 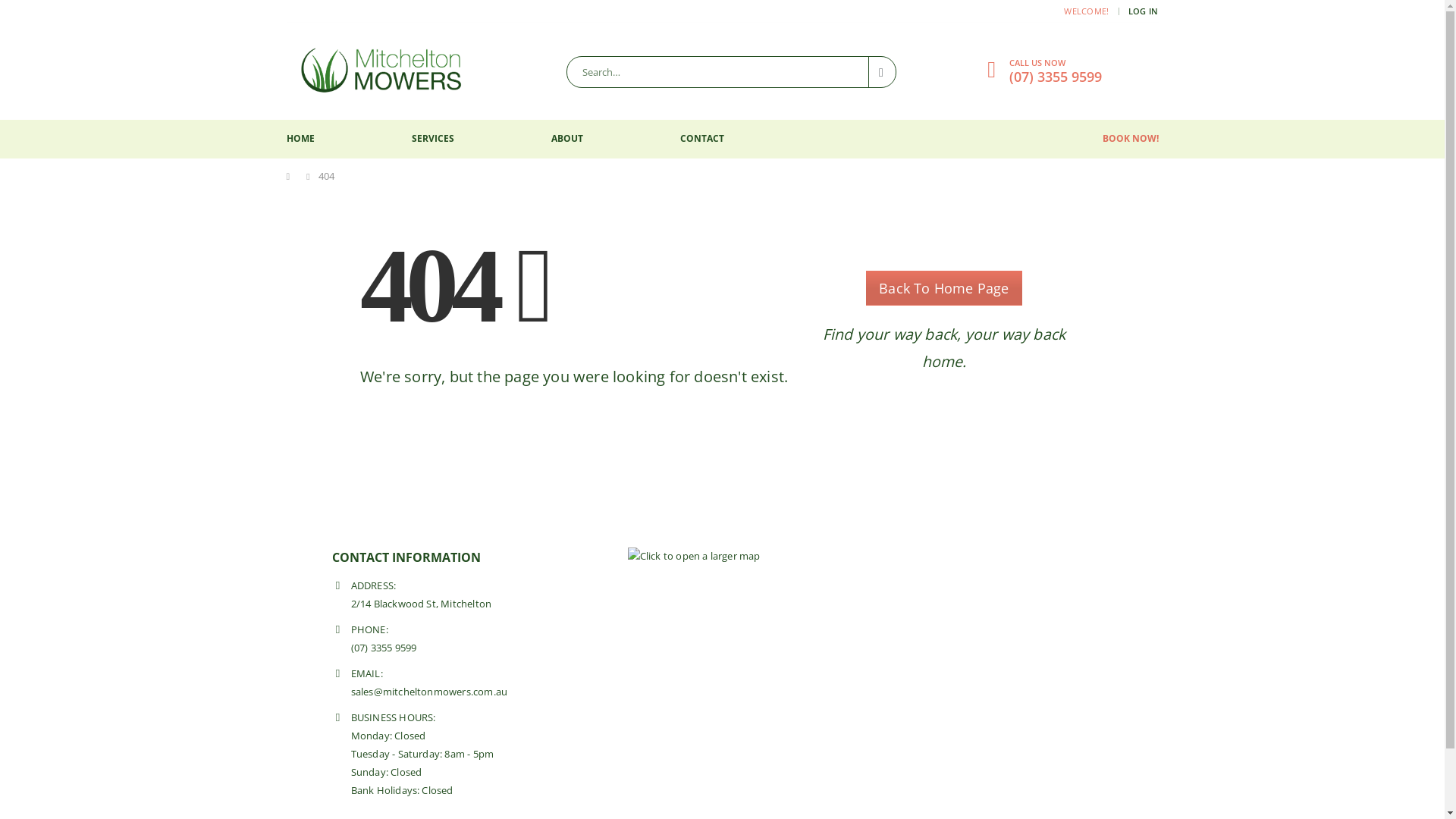 I want to click on 'CALL US NOW, so click(x=1008, y=69).